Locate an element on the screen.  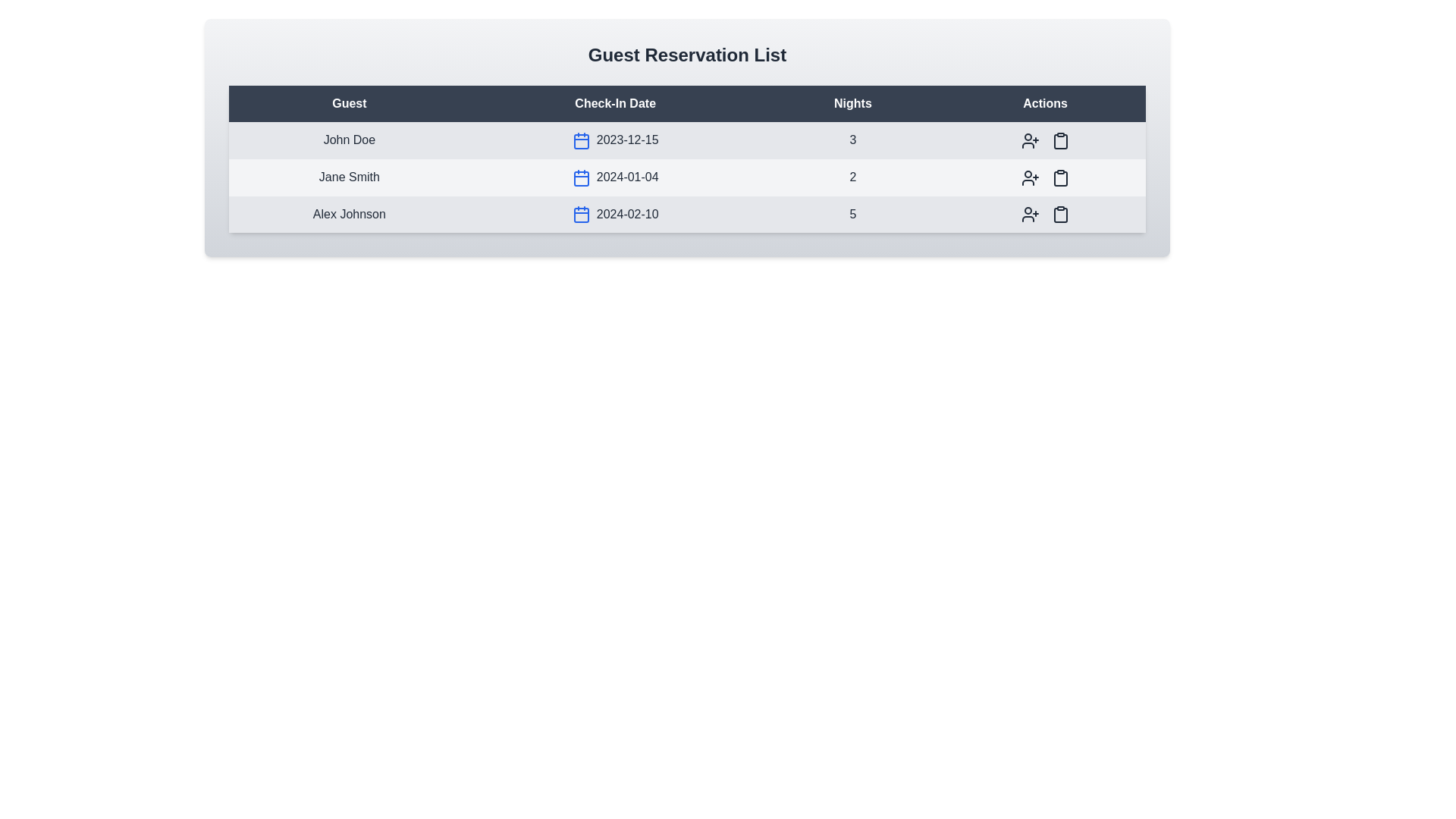
the icon button resembling a person with a plus sign in the 'Actions' column of the third row aligned with 'Alex Johnson' is located at coordinates (1030, 214).